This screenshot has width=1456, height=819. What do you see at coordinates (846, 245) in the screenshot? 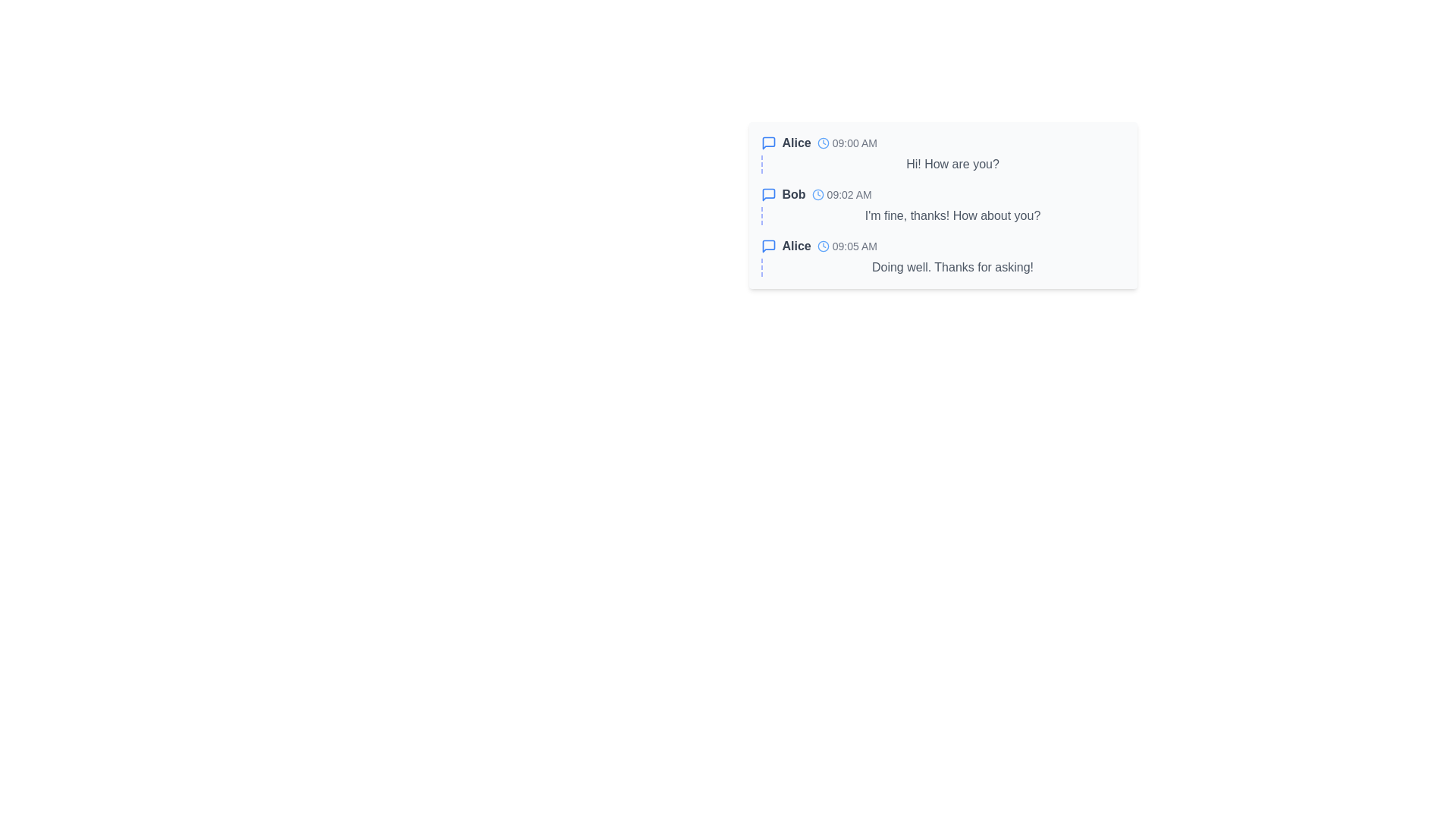
I see `the timestamp label located to the right of 'Alice' in the third chat entry, which indicates when the chat message was sent or last updated` at bounding box center [846, 245].